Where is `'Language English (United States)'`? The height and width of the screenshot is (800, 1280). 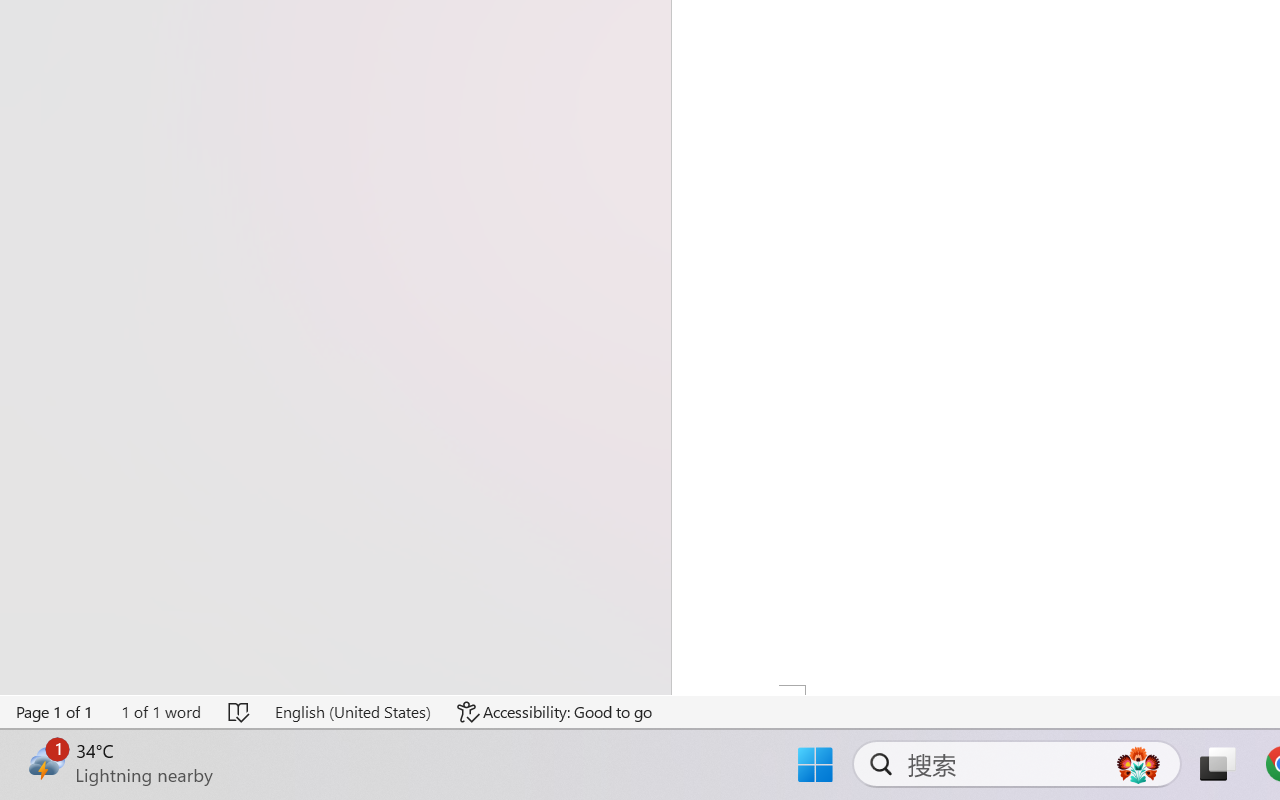
'Language English (United States)' is located at coordinates (352, 711).